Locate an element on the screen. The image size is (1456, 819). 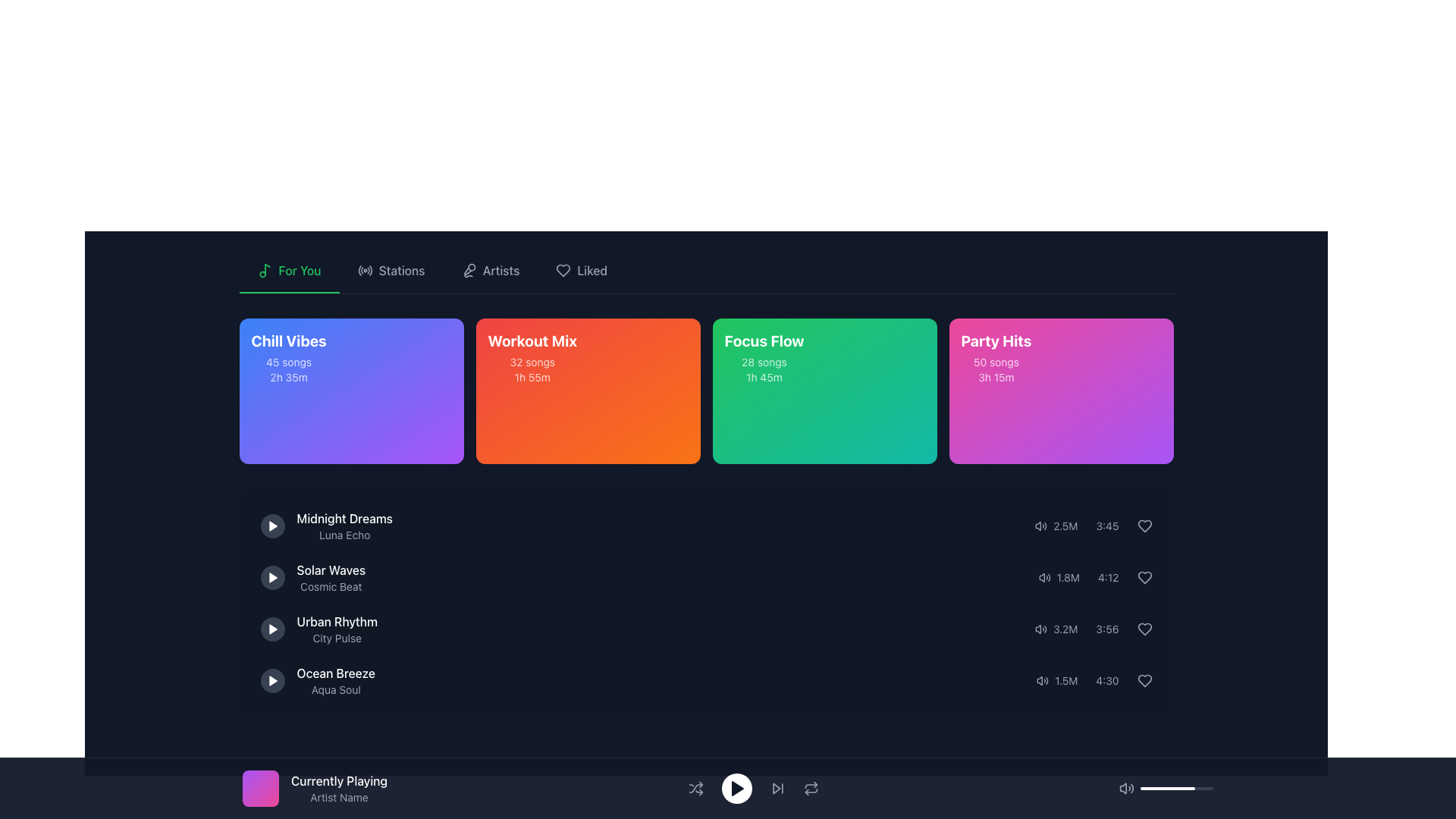
the slider is located at coordinates (1177, 788).